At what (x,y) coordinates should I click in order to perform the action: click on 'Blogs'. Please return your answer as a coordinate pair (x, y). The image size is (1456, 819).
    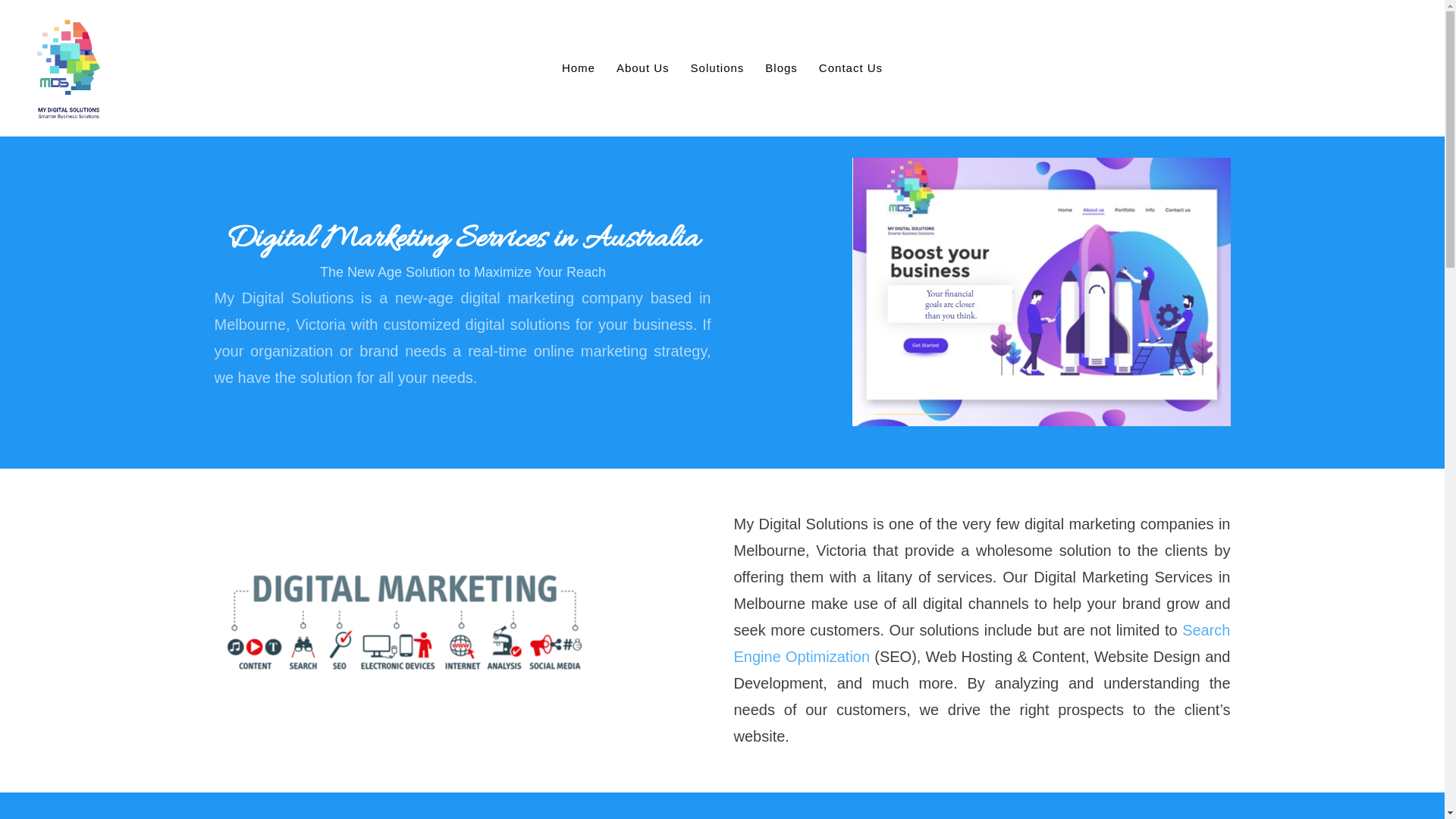
    Looking at the image, I should click on (781, 67).